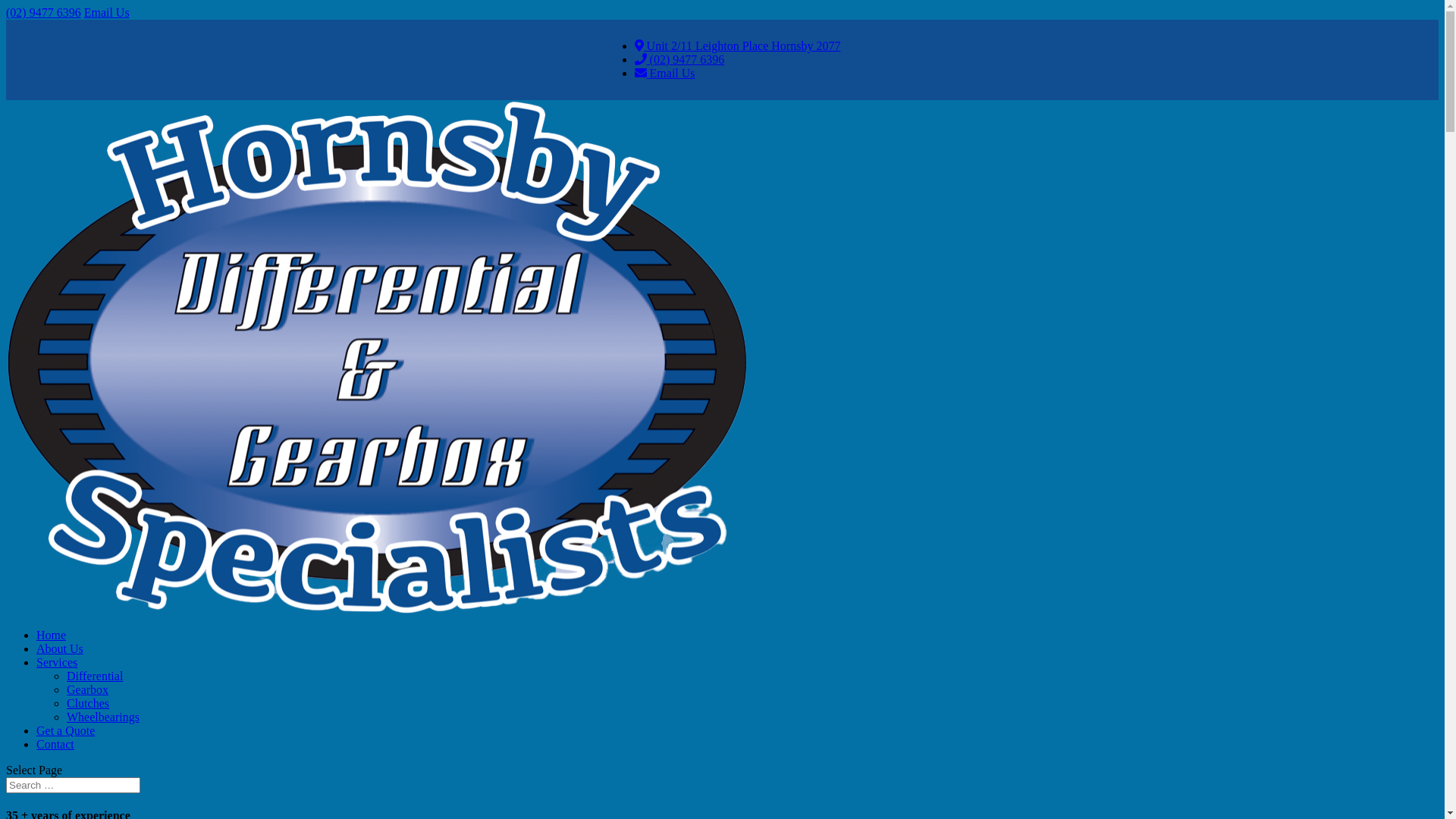  What do you see at coordinates (57, 661) in the screenshot?
I see `'Services'` at bounding box center [57, 661].